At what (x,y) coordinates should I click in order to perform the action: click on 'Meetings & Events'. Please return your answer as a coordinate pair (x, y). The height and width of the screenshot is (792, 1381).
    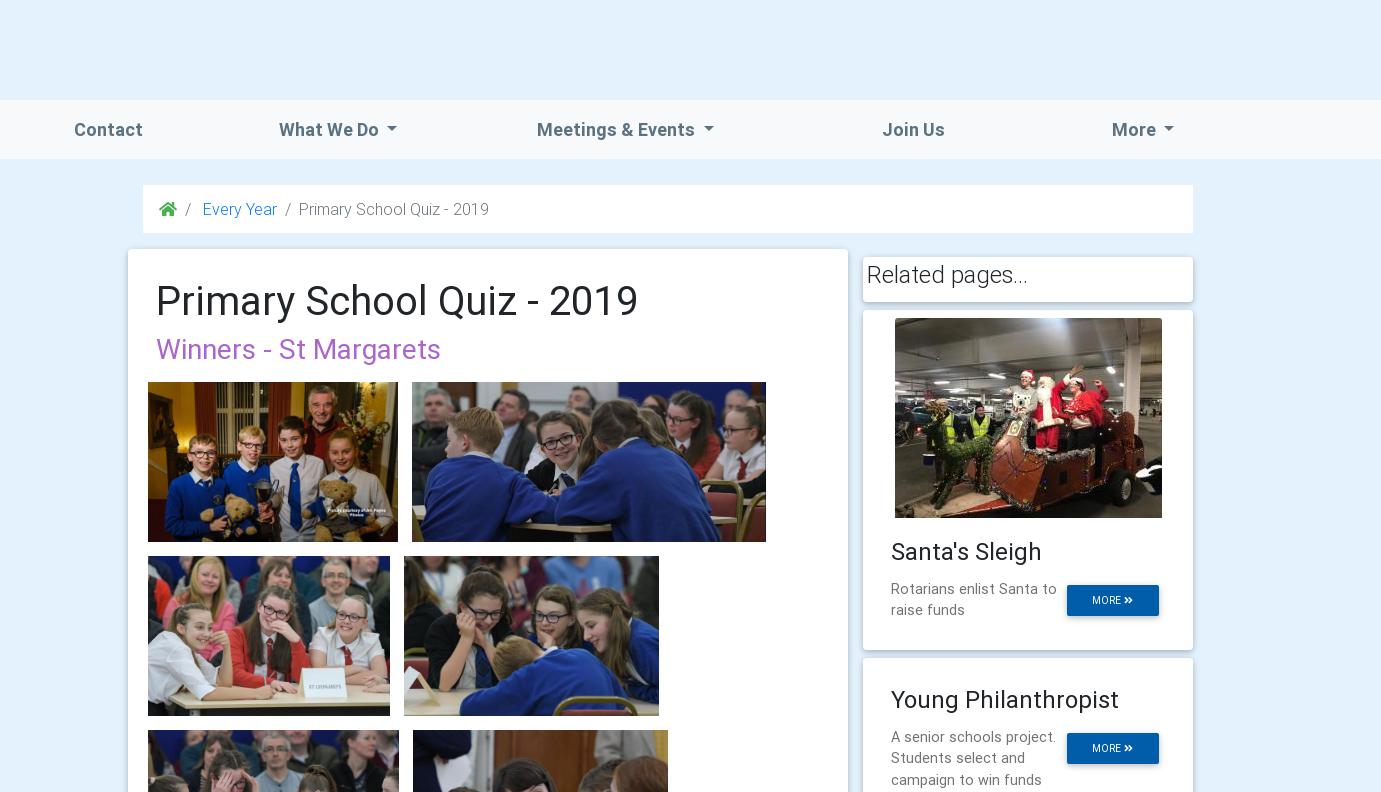
    Looking at the image, I should click on (616, 128).